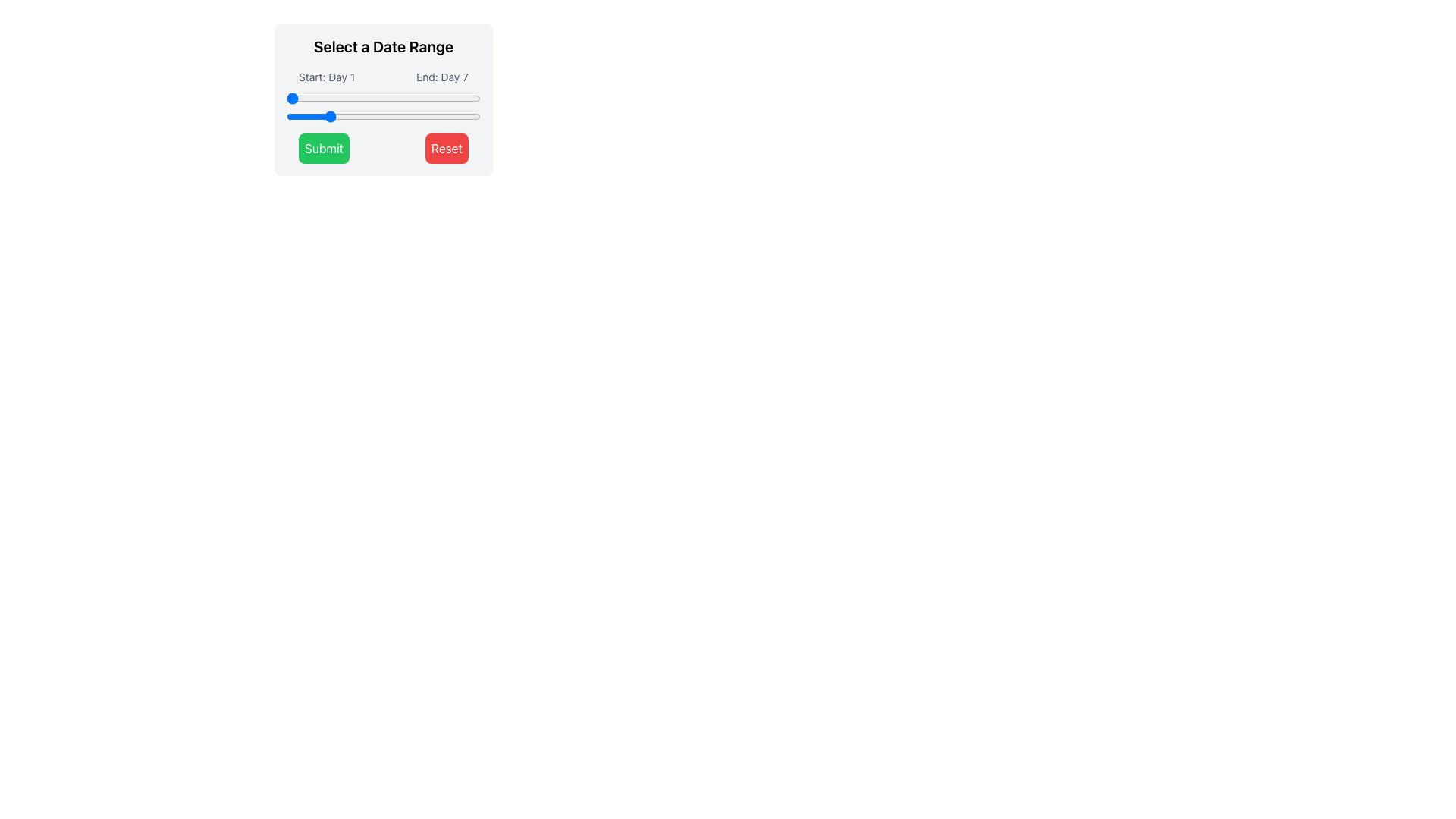  I want to click on the slider, so click(466, 116).